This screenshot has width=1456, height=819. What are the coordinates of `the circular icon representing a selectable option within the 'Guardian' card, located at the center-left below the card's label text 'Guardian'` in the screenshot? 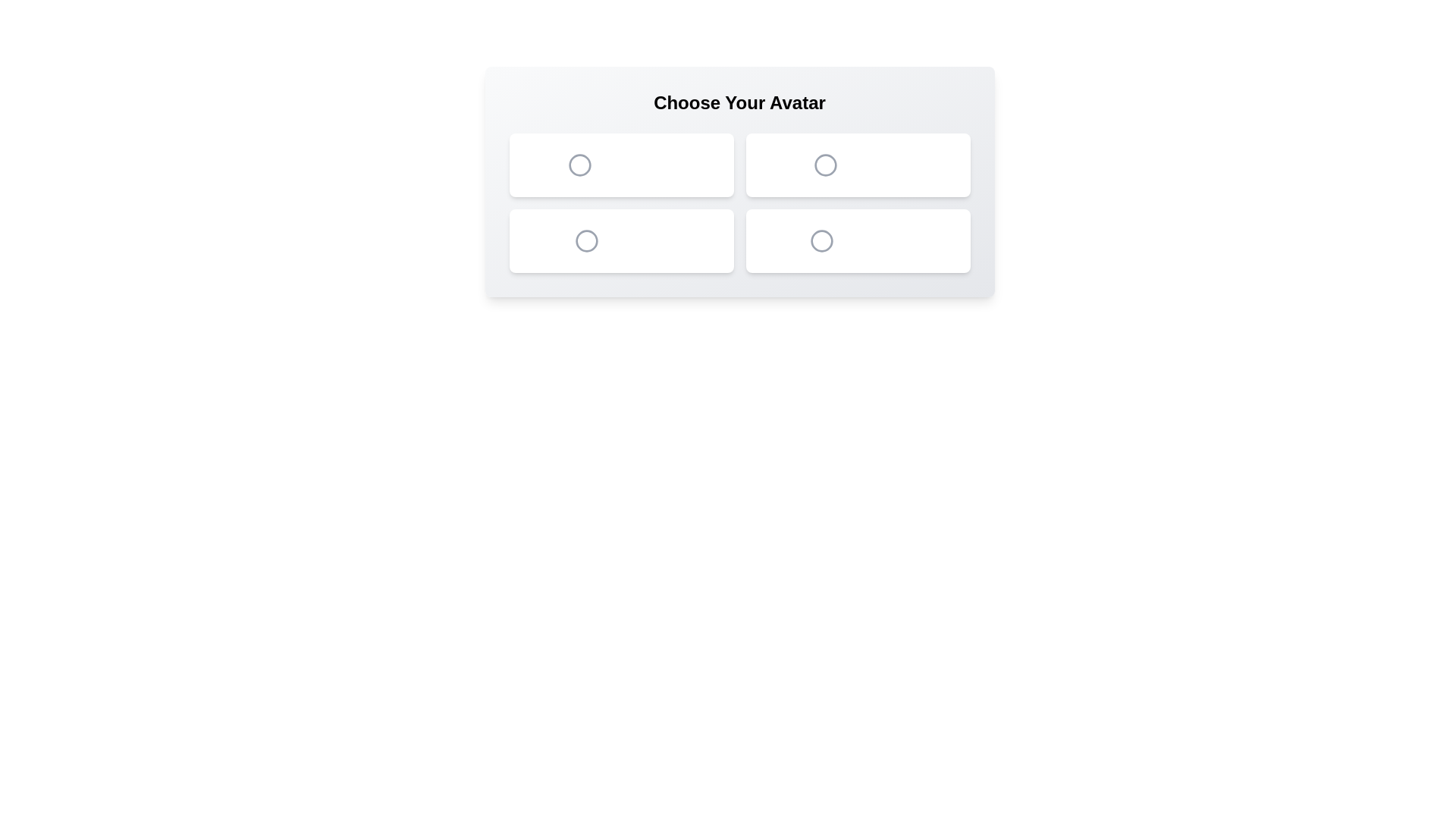 It's located at (585, 240).